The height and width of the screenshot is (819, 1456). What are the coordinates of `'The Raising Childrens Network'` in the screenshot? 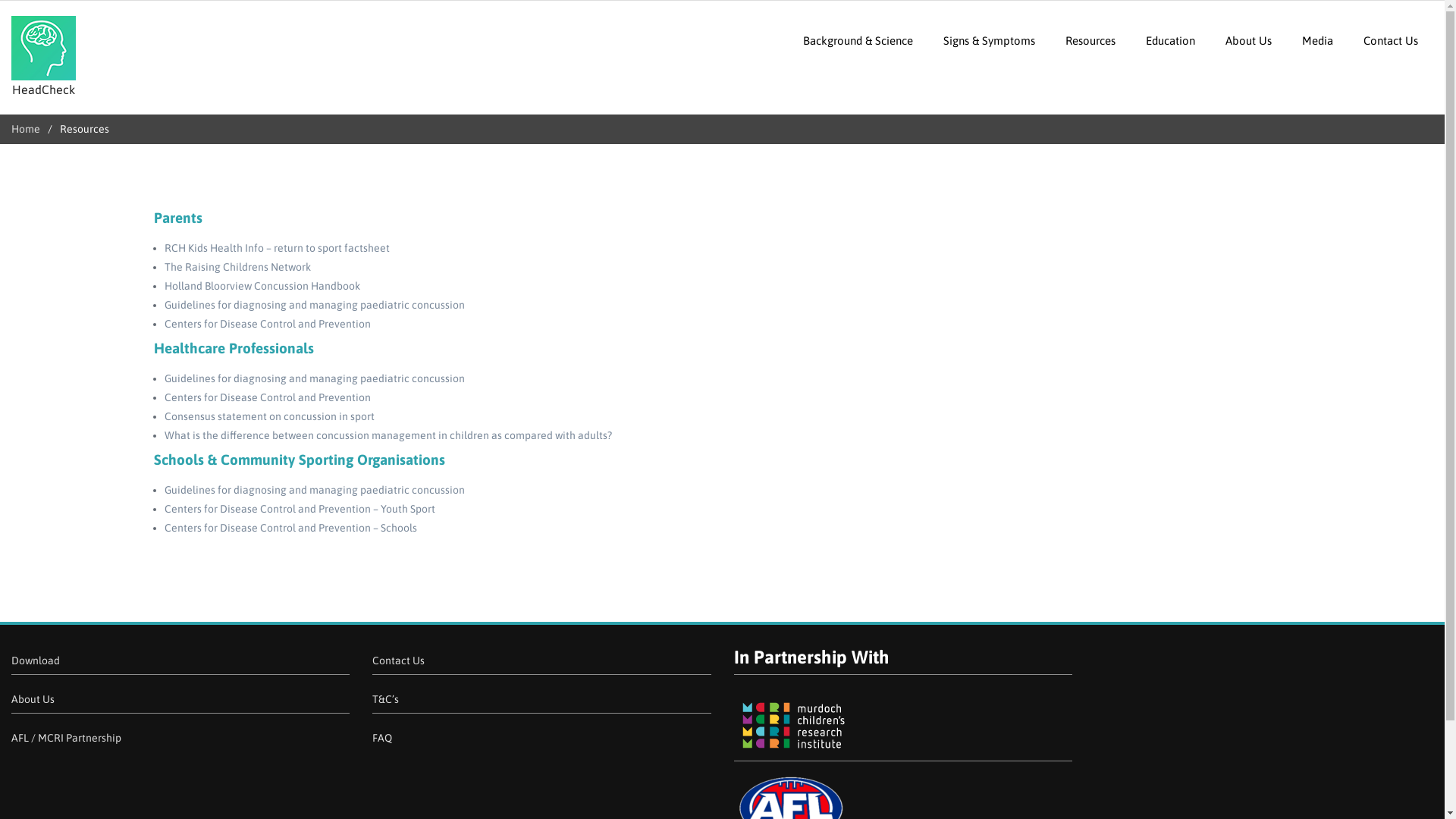 It's located at (164, 265).